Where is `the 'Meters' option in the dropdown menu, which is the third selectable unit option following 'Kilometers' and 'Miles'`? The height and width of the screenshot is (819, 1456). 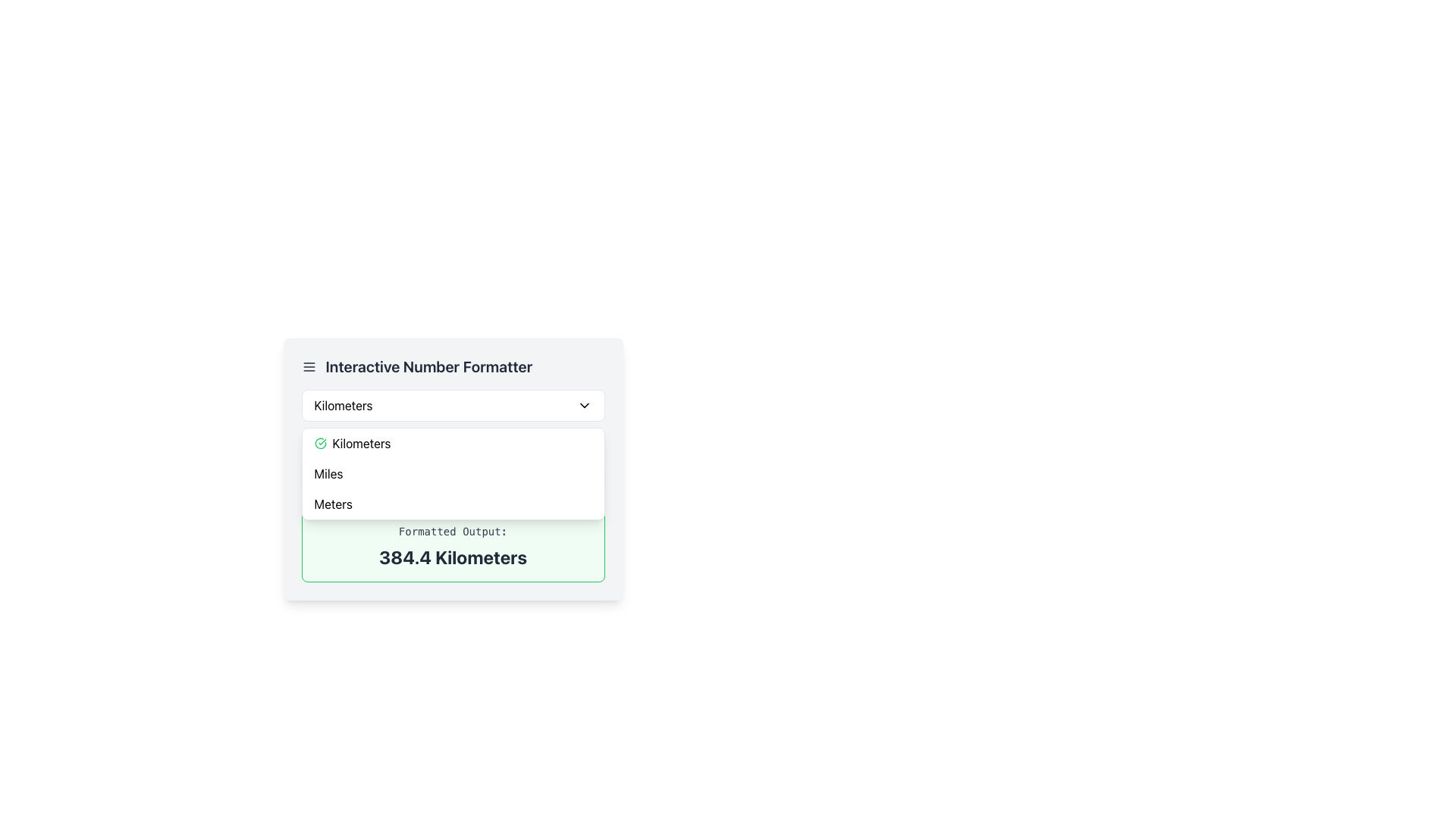 the 'Meters' option in the dropdown menu, which is the third selectable unit option following 'Kilometers' and 'Miles' is located at coordinates (452, 504).